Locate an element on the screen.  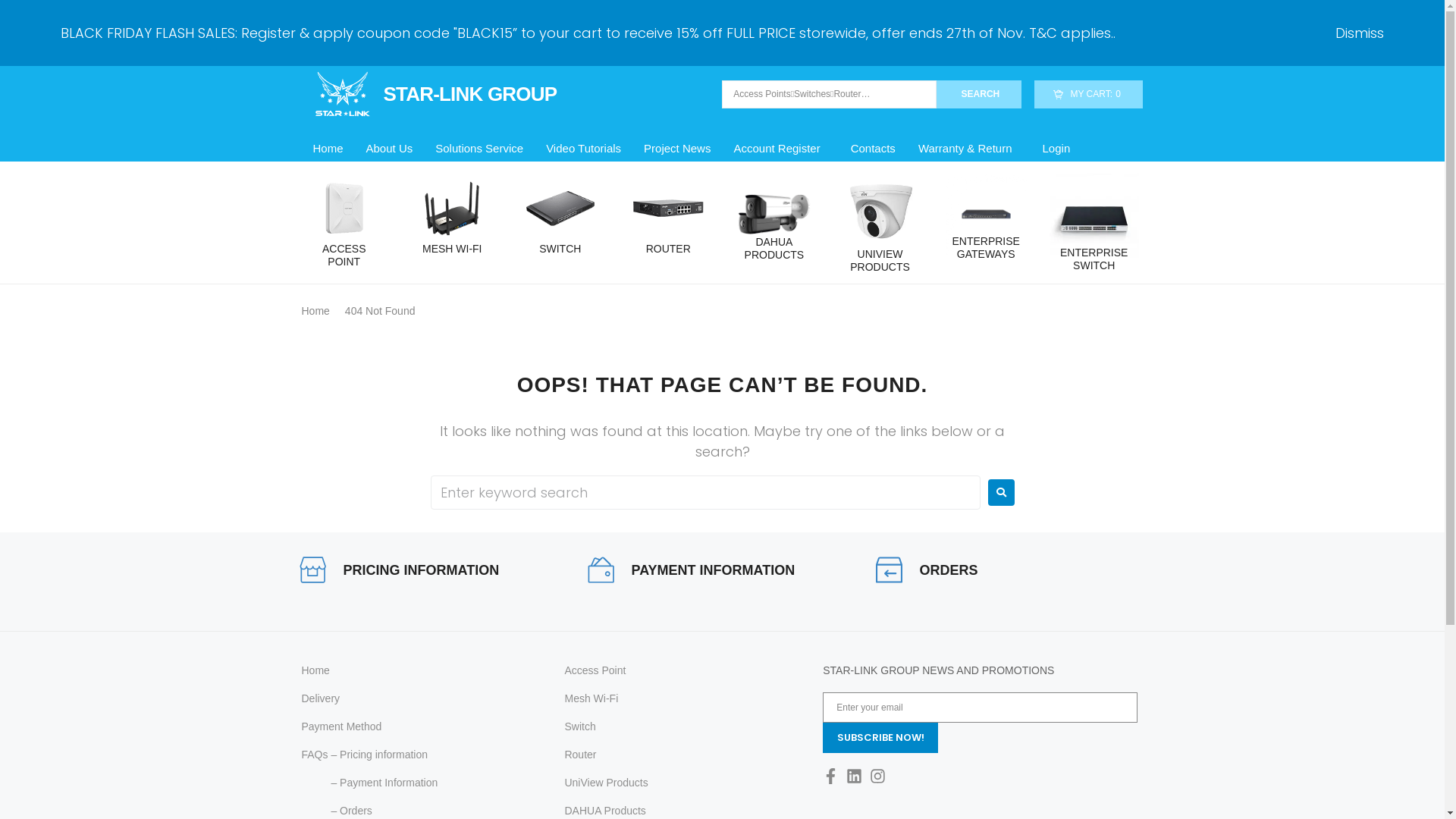
'STAR-LINK GROUP' is located at coordinates (428, 93).